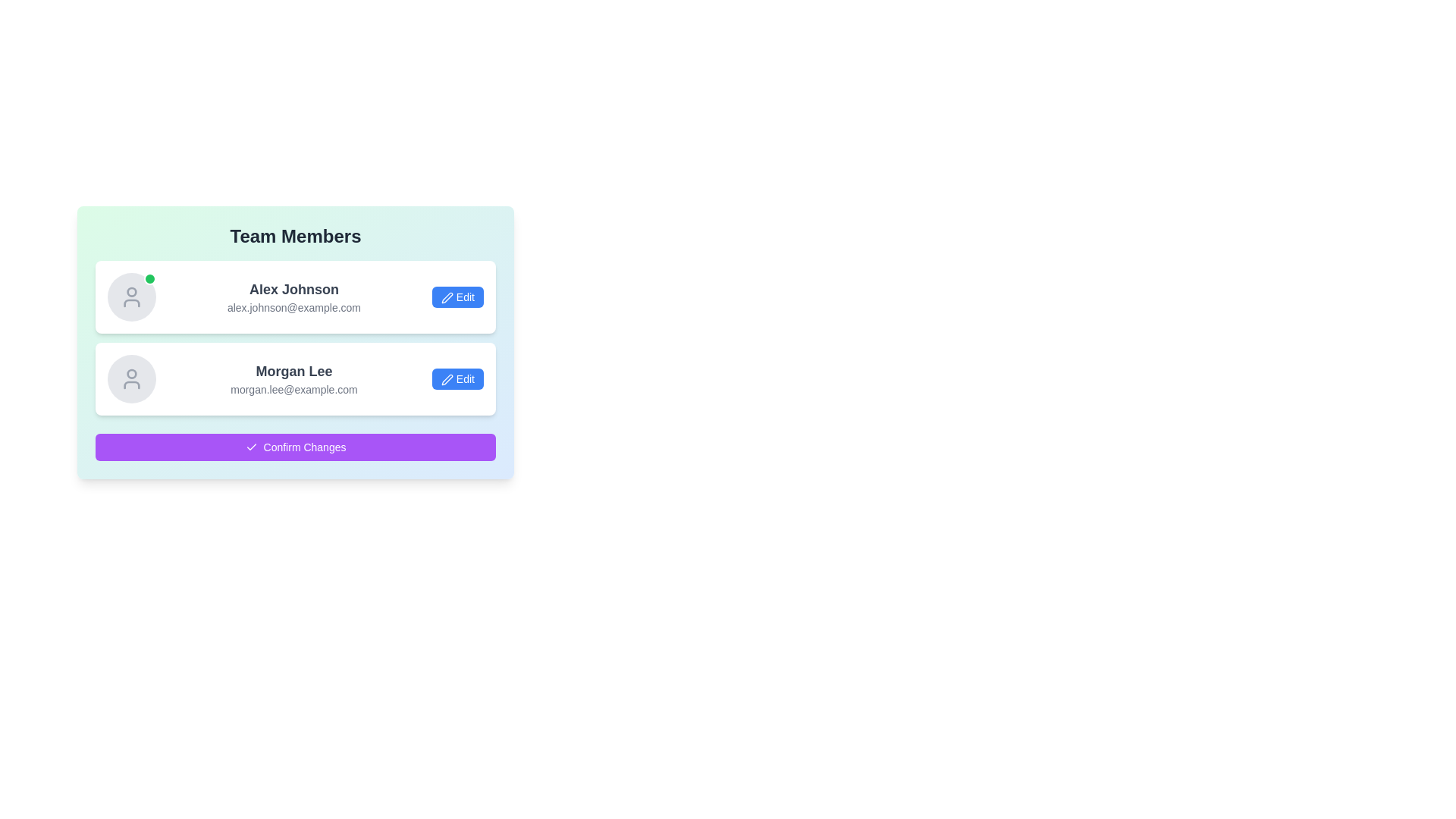  Describe the element at coordinates (457, 378) in the screenshot. I see `the 'Edit' button with a blue background and a pen icon on the left, located in the bottom-right corner of the card for user 'Morgan Lee'` at that location.